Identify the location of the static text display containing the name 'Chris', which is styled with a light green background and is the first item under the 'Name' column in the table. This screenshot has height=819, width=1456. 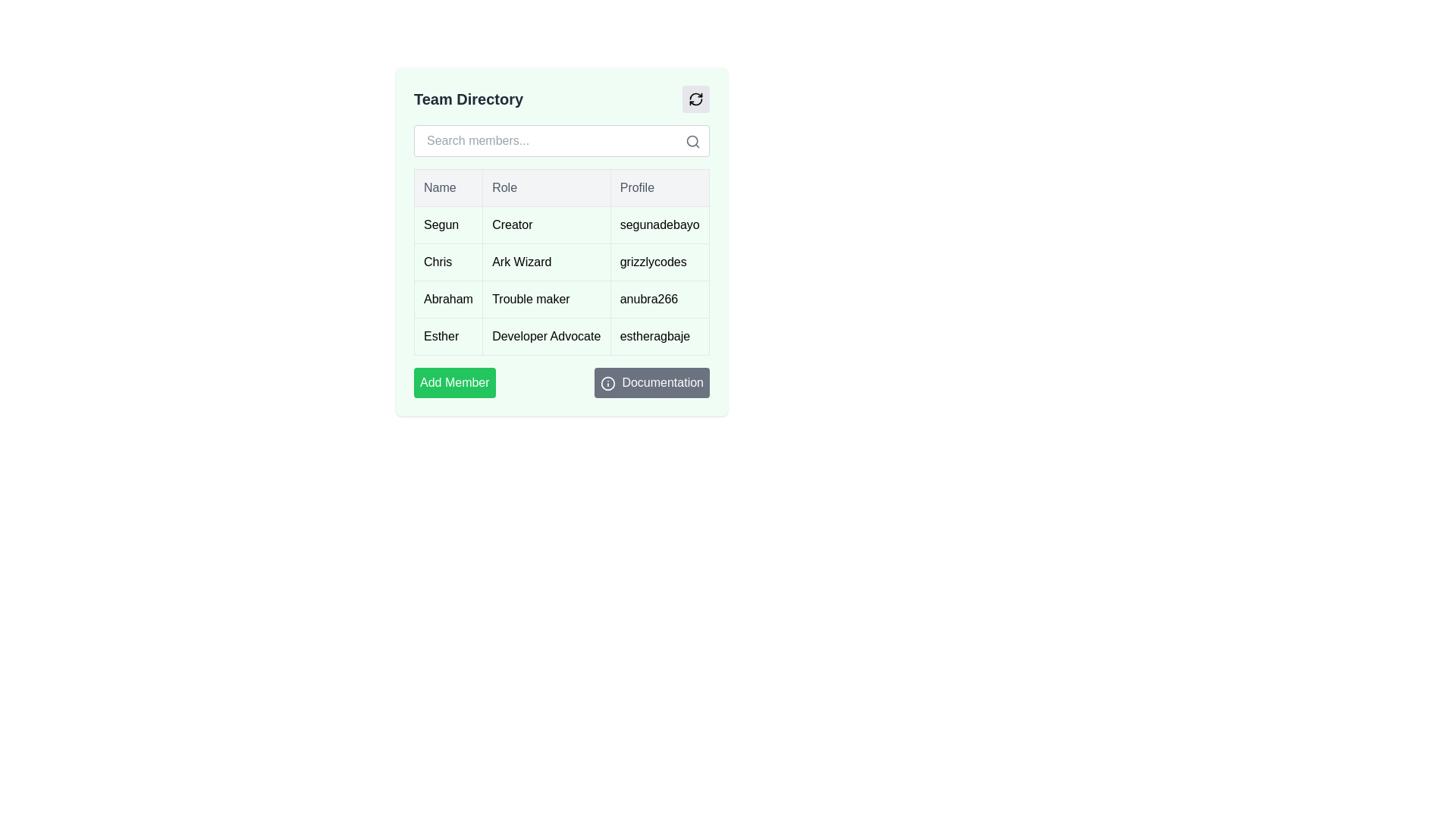
(447, 262).